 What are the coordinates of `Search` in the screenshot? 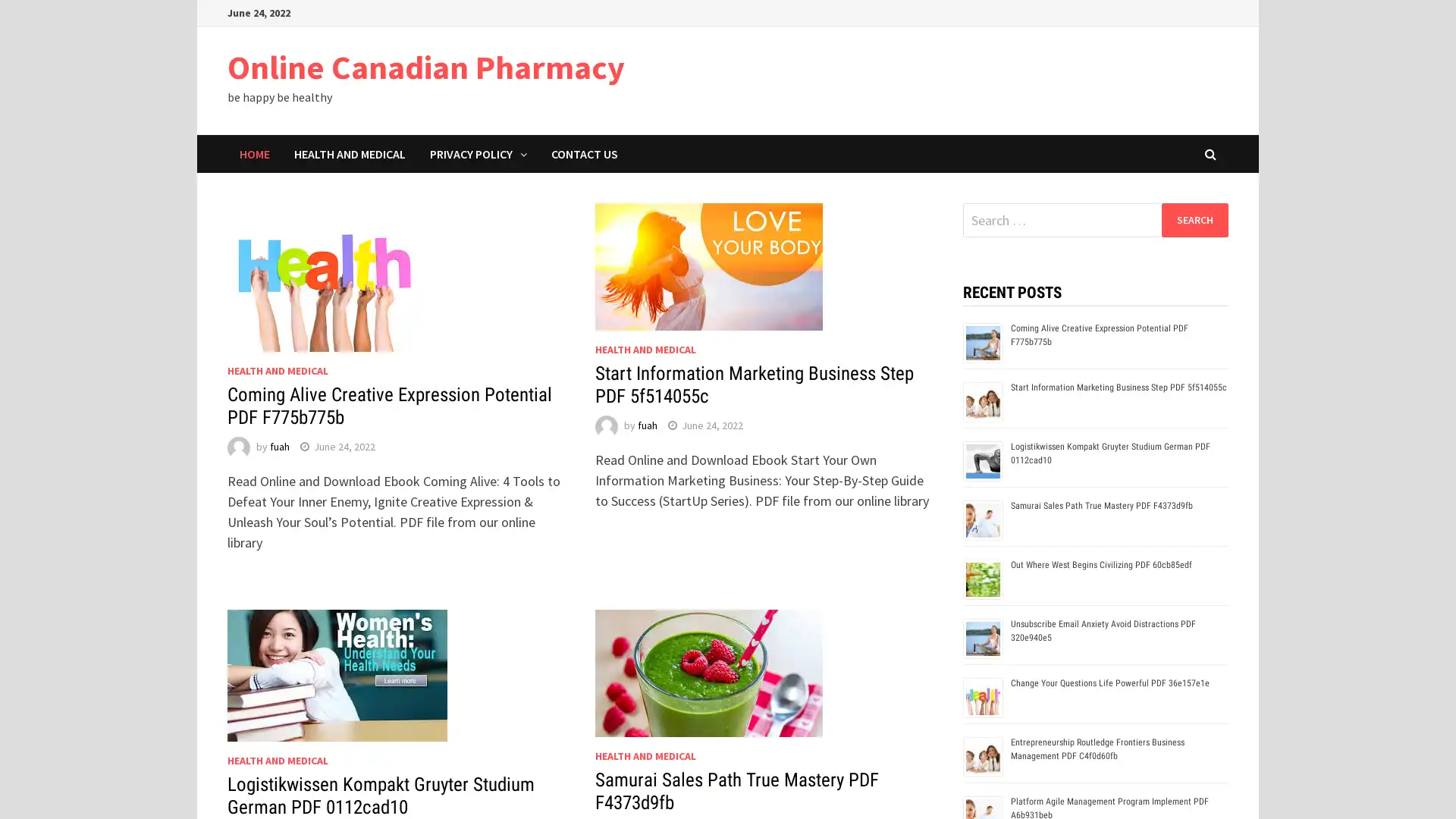 It's located at (1194, 219).